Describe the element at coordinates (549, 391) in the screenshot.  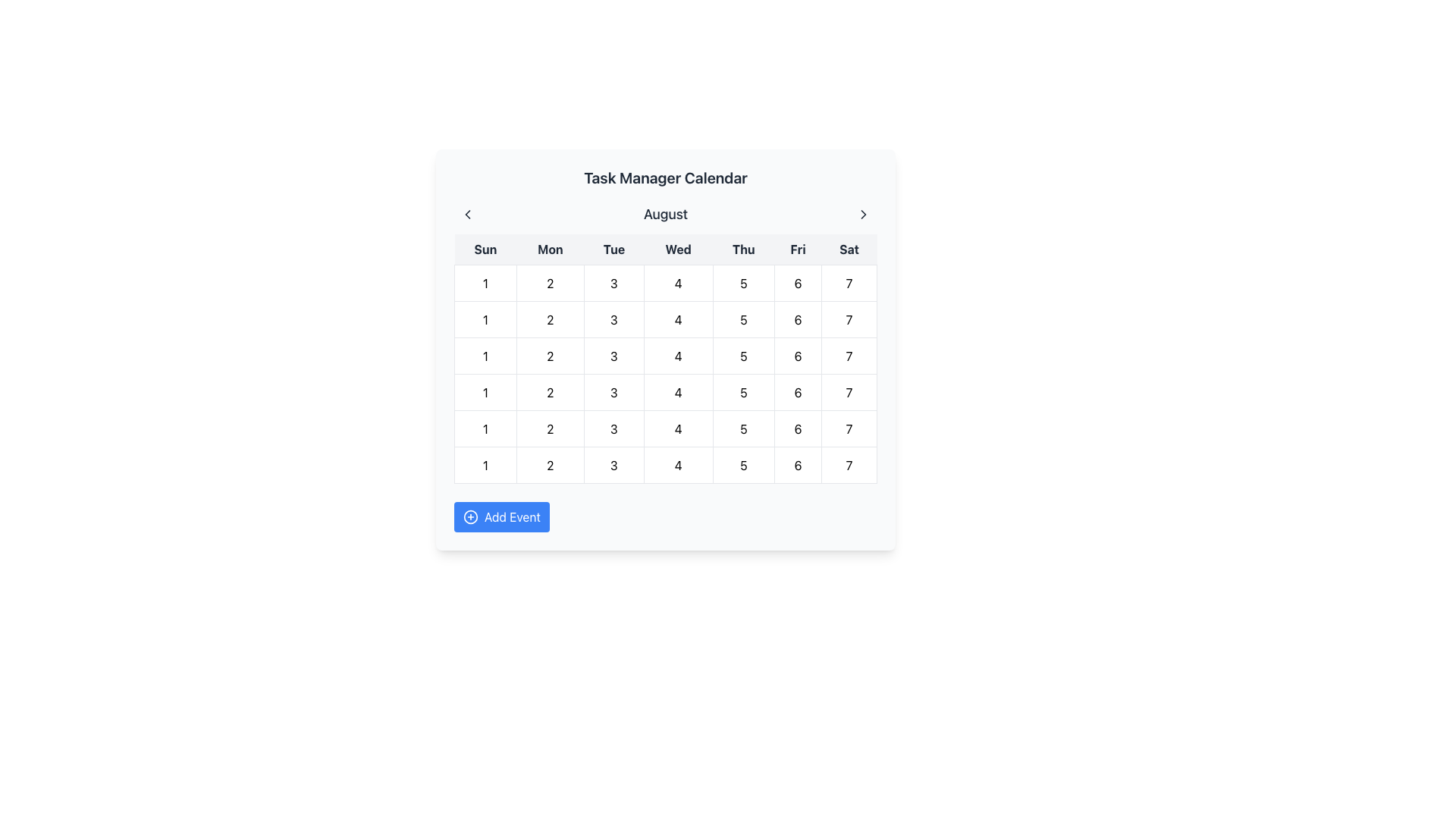
I see `the Calendar Day Cell displaying '2'` at that location.